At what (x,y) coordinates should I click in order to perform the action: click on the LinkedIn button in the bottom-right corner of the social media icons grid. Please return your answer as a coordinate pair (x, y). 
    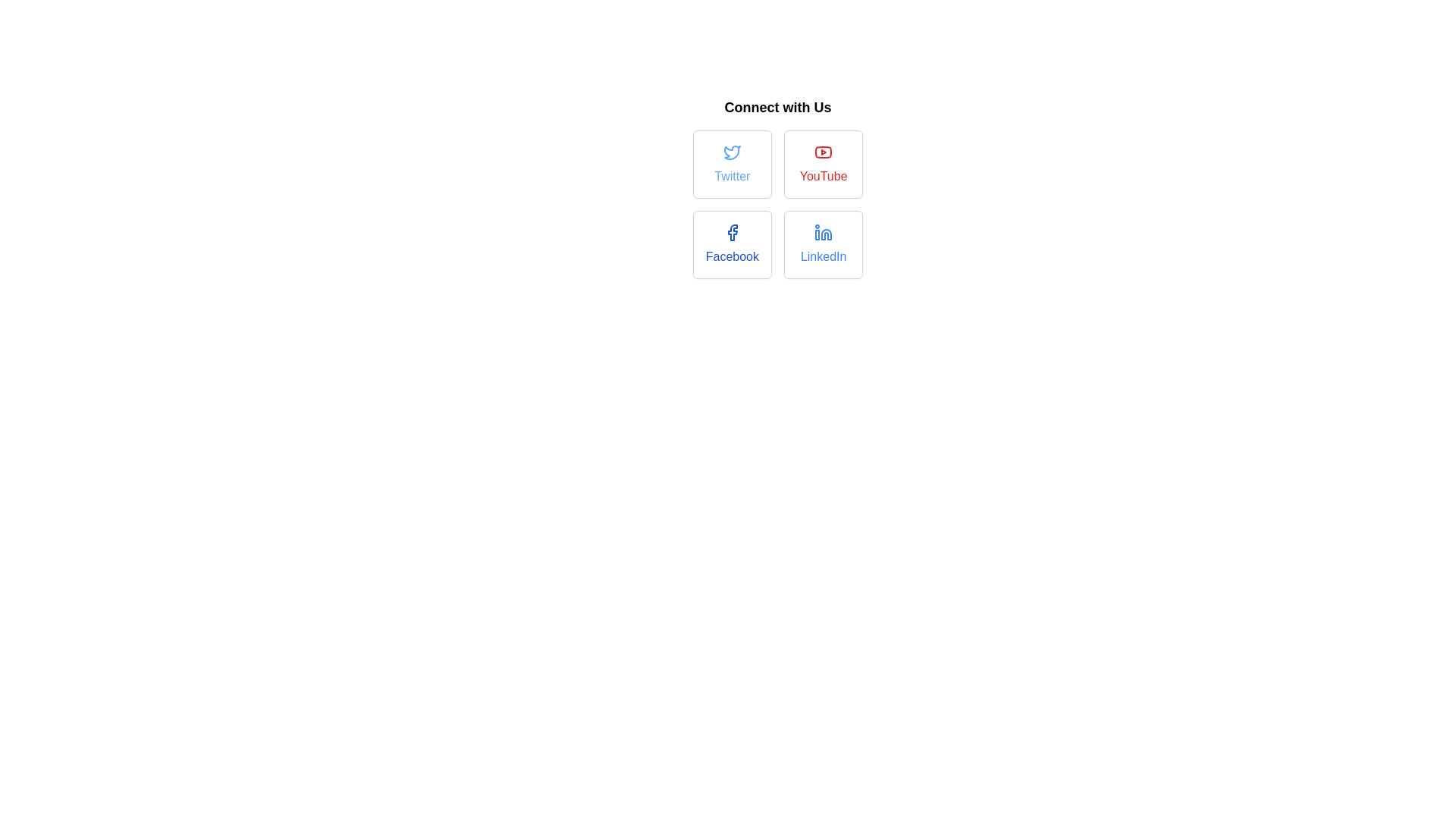
    Looking at the image, I should click on (823, 244).